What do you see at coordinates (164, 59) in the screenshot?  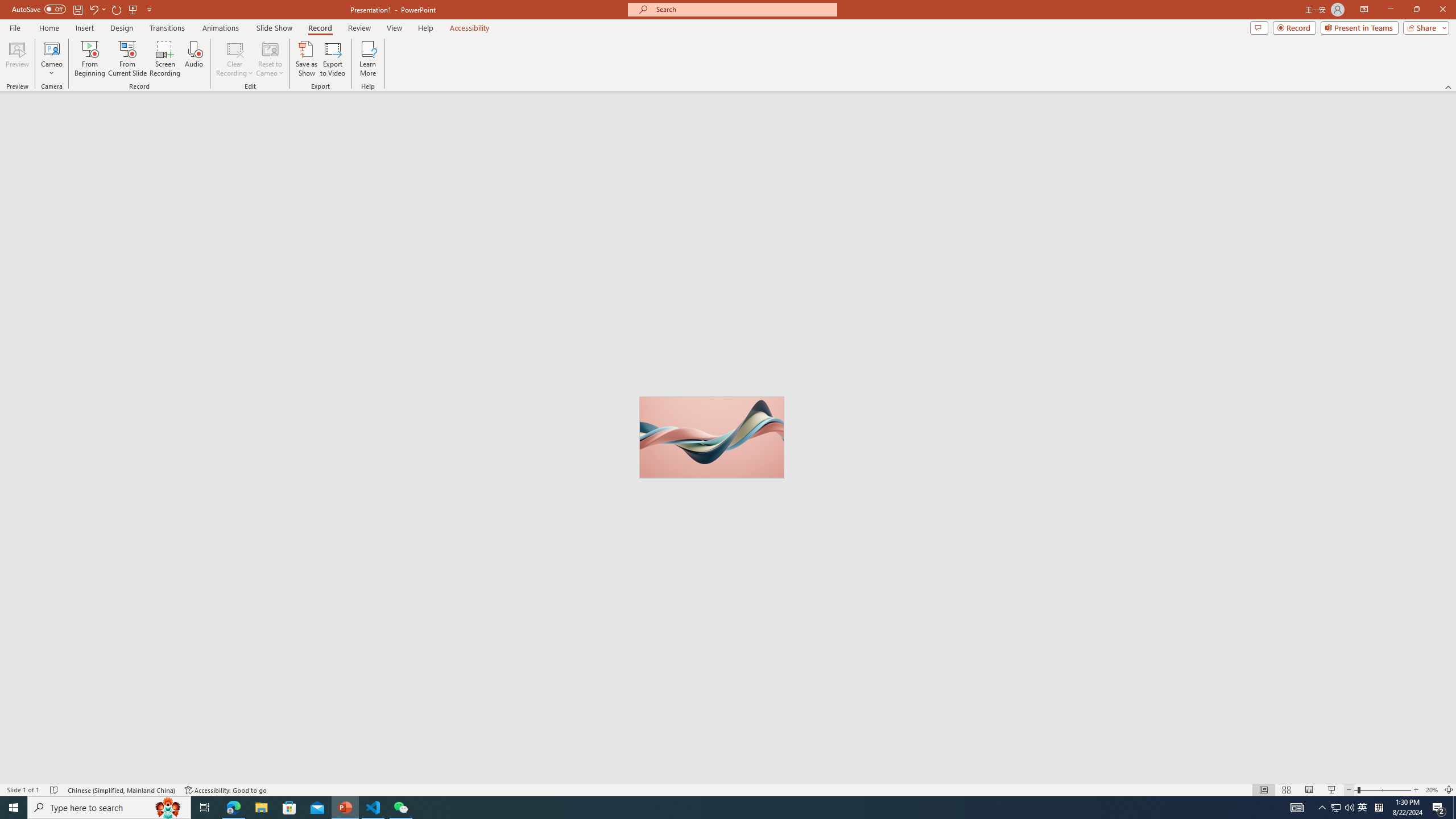 I see `'Screen Recording'` at bounding box center [164, 59].